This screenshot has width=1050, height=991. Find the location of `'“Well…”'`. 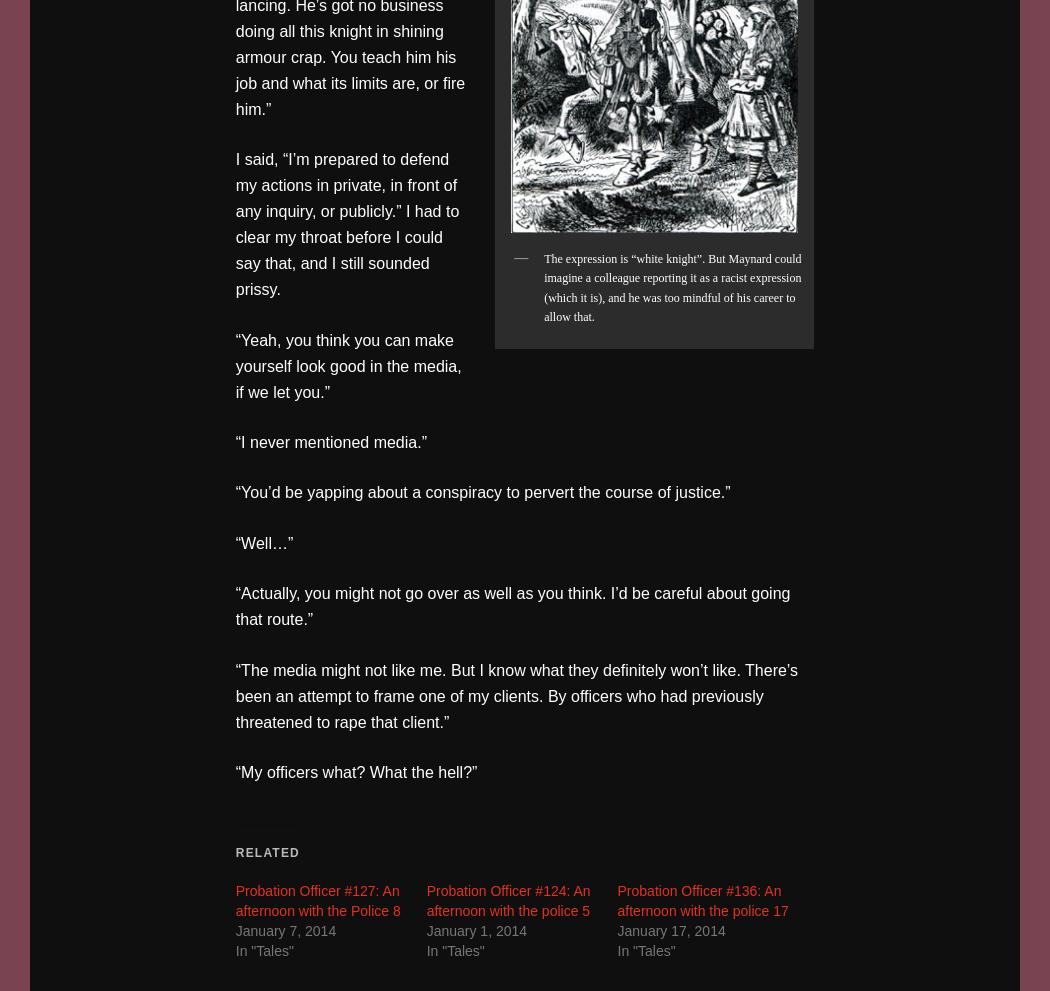

'“Well…”' is located at coordinates (234, 541).